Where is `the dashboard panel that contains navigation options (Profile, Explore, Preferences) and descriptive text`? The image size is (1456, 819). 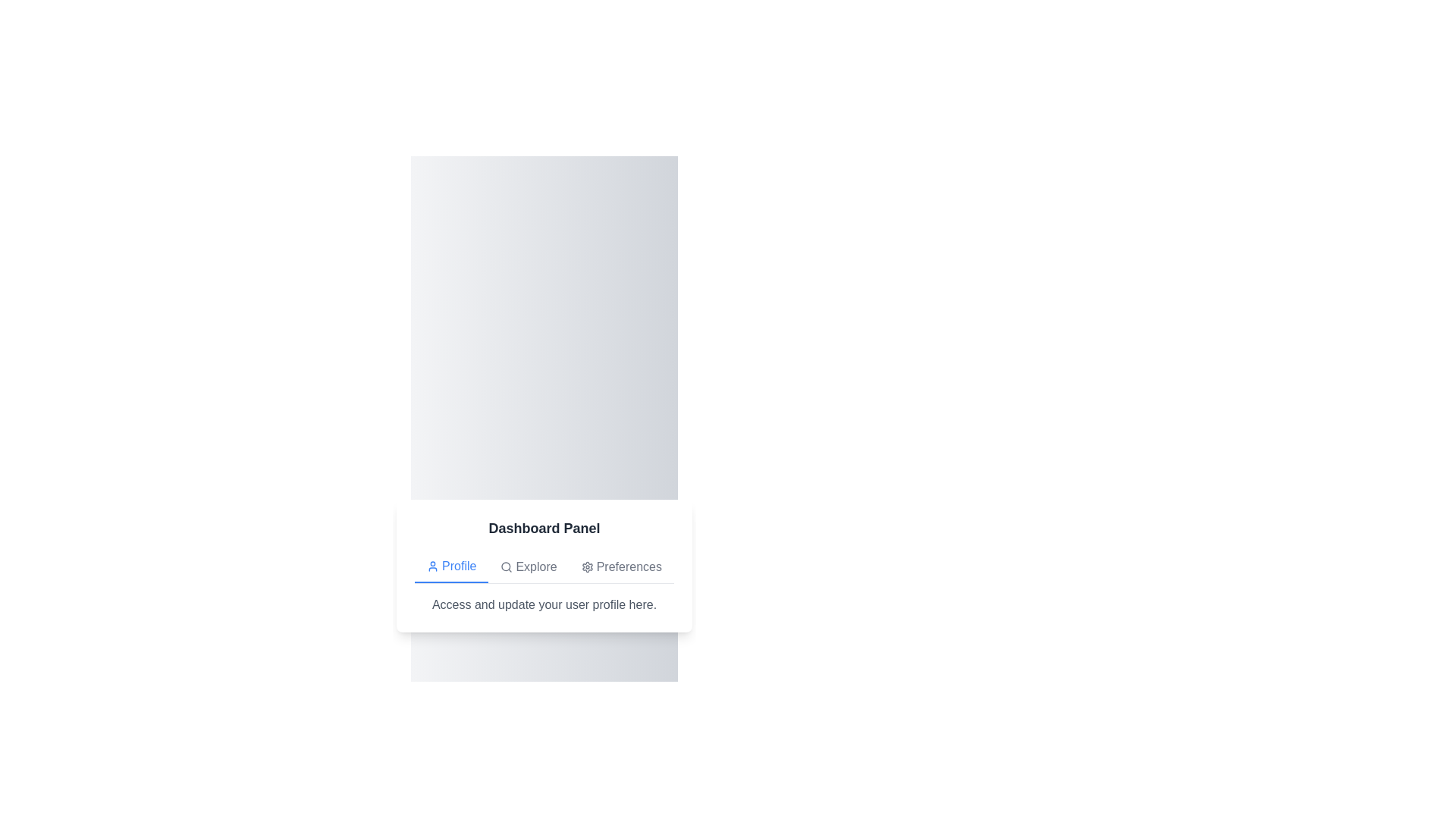 the dashboard panel that contains navigation options (Profile, Explore, Preferences) and descriptive text is located at coordinates (544, 565).